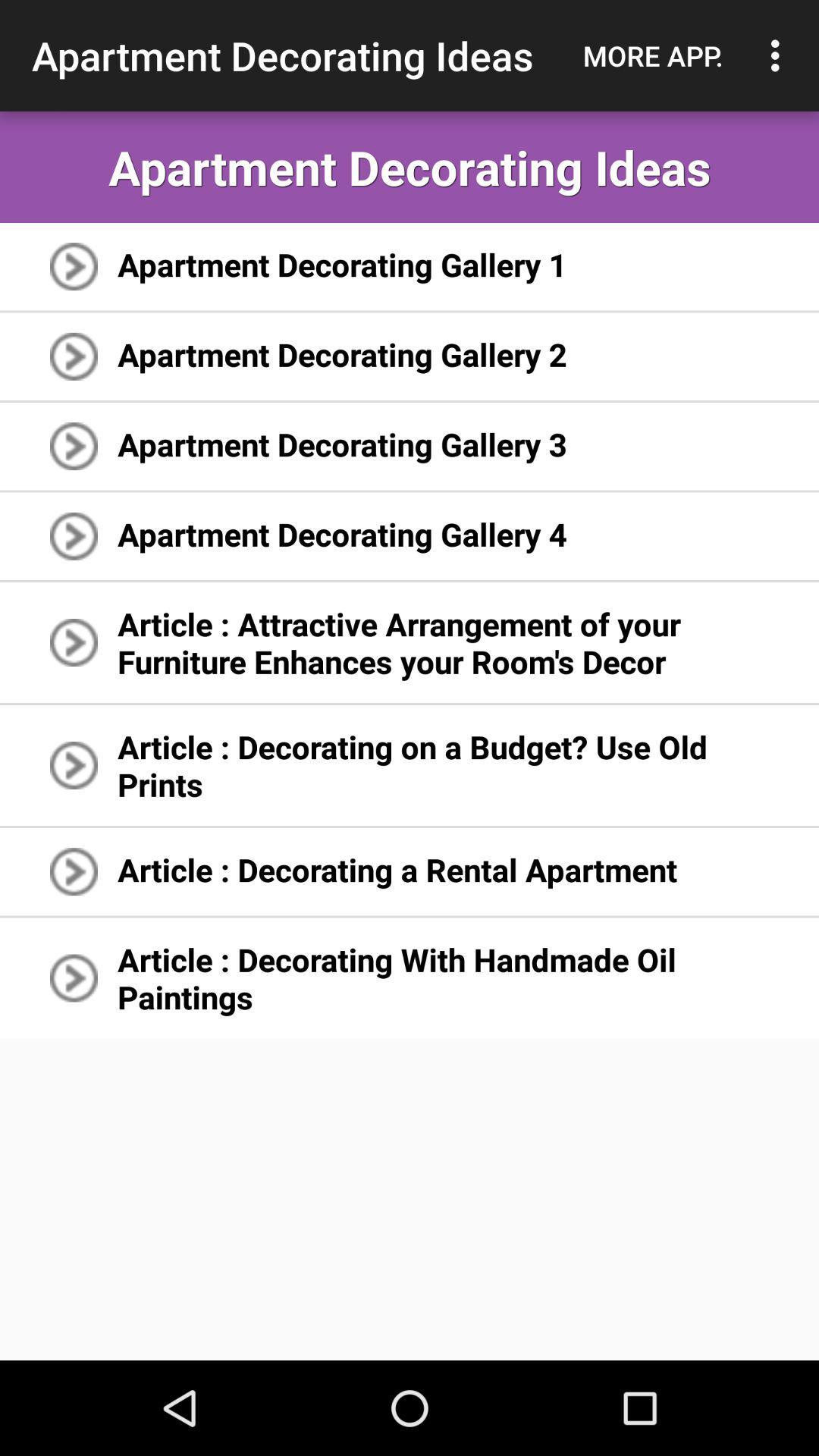 This screenshot has height=1456, width=819. Describe the element at coordinates (652, 55) in the screenshot. I see `icon next to the apartment decorating ideas icon` at that location.